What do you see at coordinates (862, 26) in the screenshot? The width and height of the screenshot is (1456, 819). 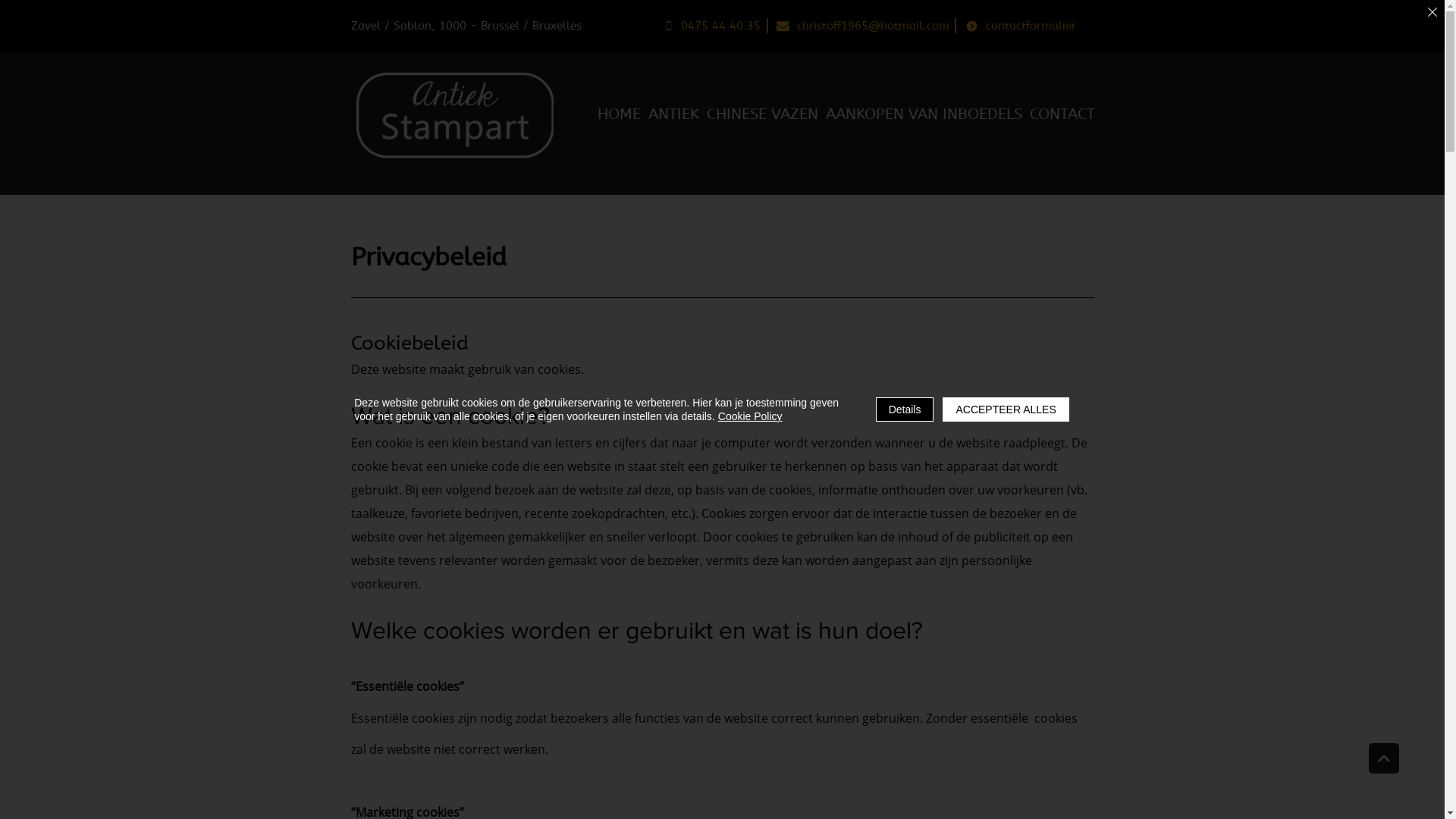 I see `'christoff1965@hotmail.com'` at bounding box center [862, 26].